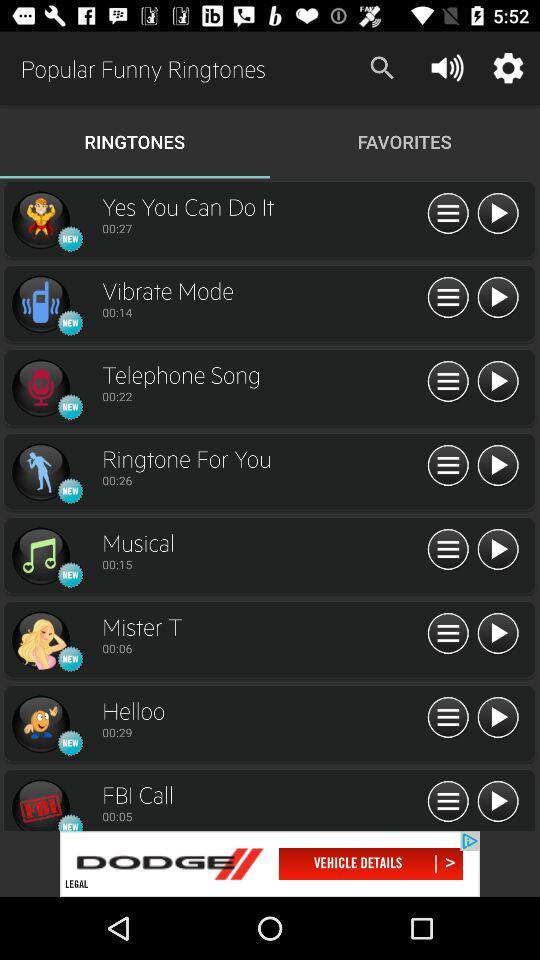 Image resolution: width=540 pixels, height=960 pixels. What do you see at coordinates (496, 550) in the screenshot?
I see `start button` at bounding box center [496, 550].